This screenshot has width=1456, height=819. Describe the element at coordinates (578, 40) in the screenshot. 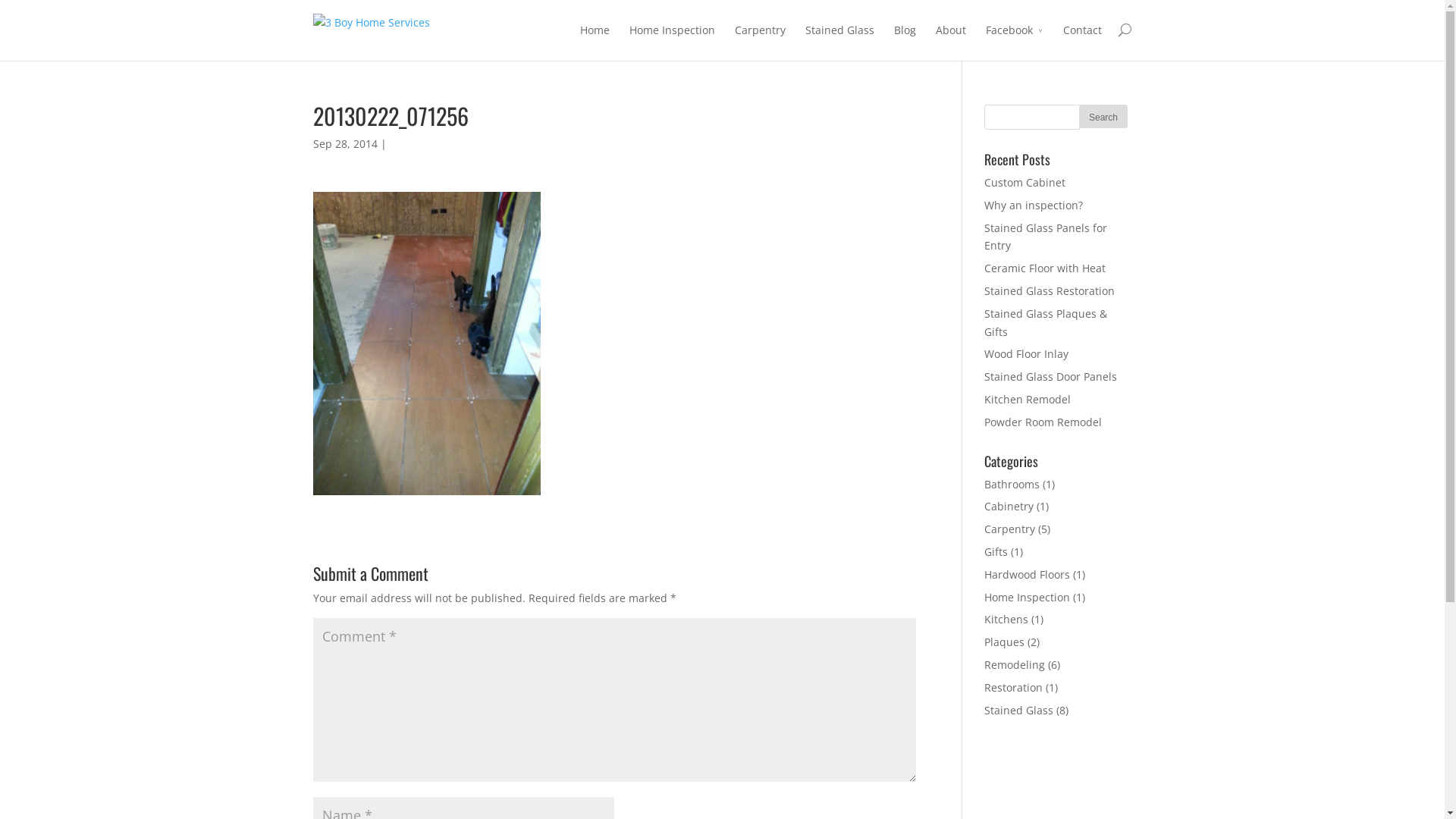

I see `'Home'` at that location.